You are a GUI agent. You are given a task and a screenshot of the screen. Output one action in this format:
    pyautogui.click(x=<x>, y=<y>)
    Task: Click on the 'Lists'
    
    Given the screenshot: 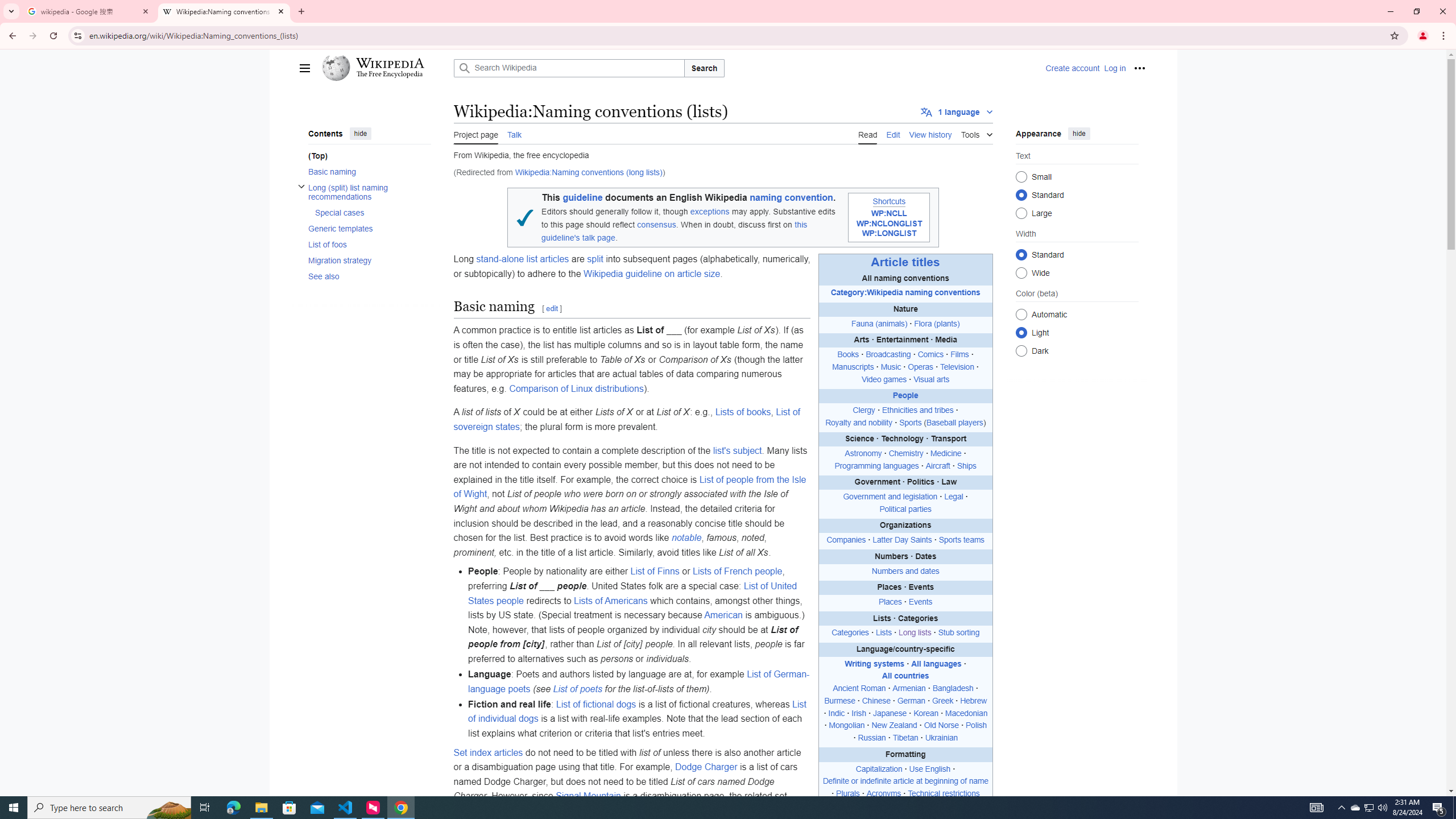 What is the action you would take?
    pyautogui.click(x=883, y=632)
    